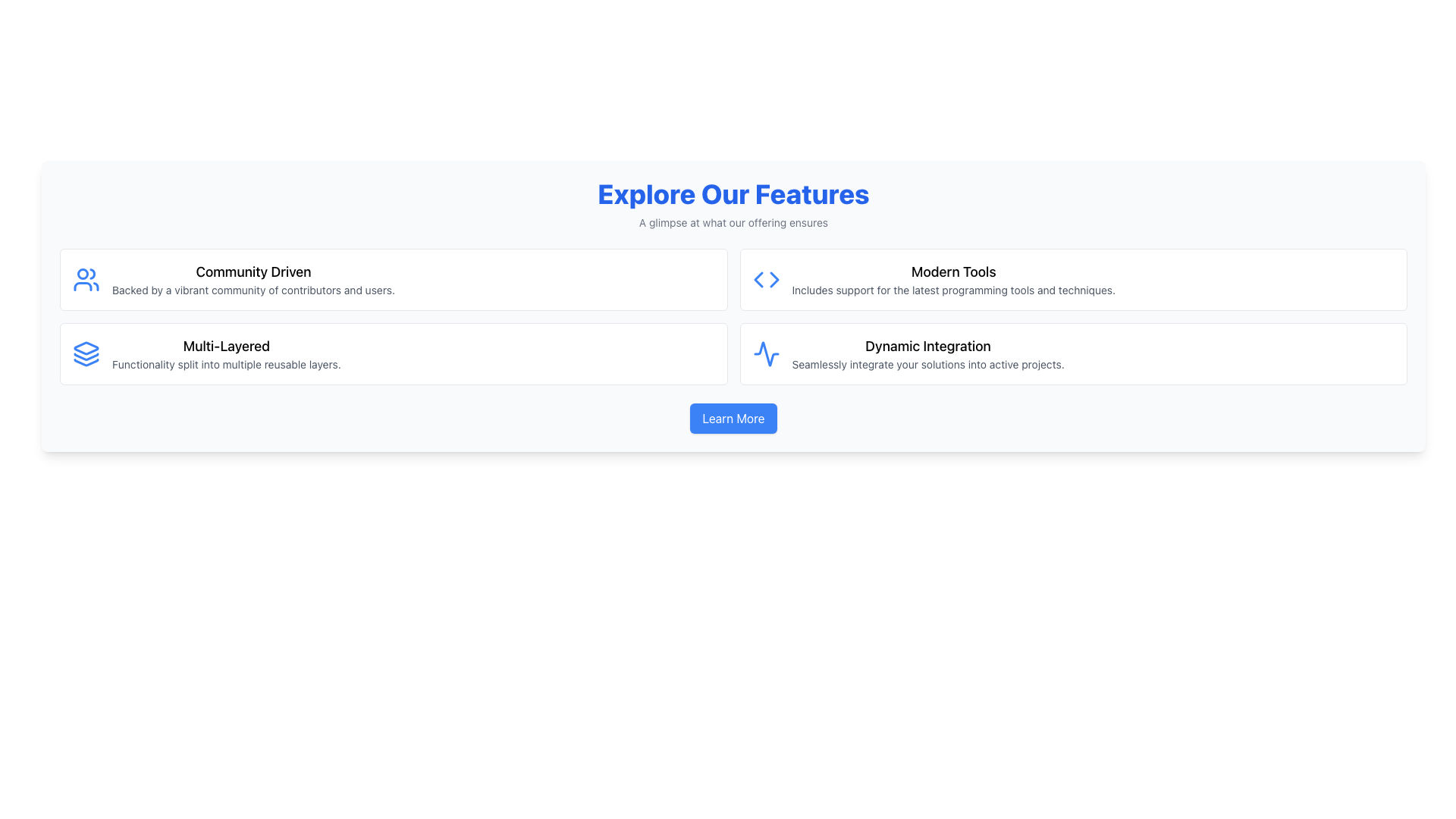 This screenshot has height=819, width=1456. What do you see at coordinates (253, 290) in the screenshot?
I see `the static text label that provides additional descriptive information about the 'Community Driven' title, located below it in the top-left quadrant under the 'Explore Our Features' header` at bounding box center [253, 290].